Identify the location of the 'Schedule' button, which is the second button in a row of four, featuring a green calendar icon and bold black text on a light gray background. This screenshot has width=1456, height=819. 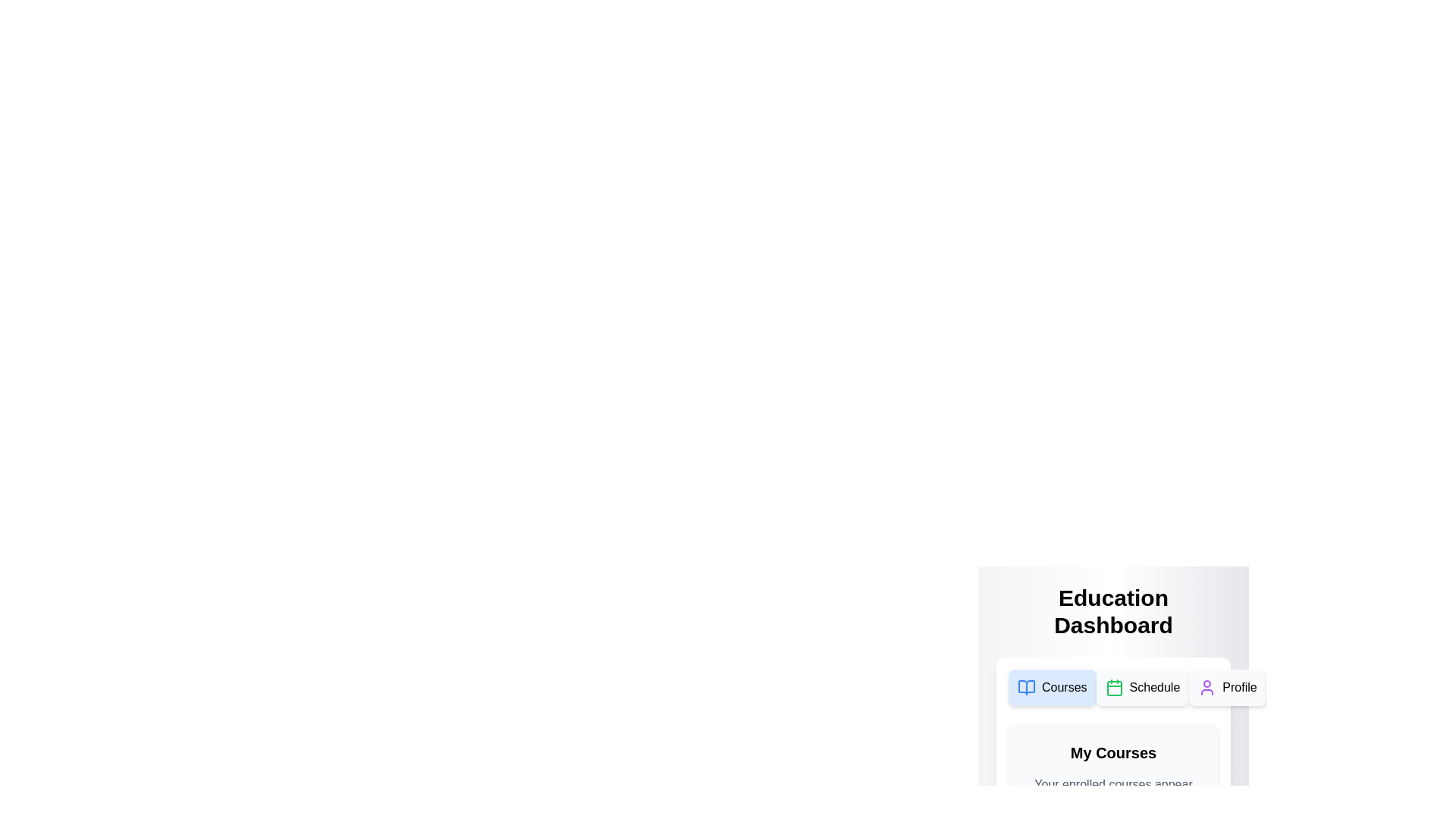
(1143, 687).